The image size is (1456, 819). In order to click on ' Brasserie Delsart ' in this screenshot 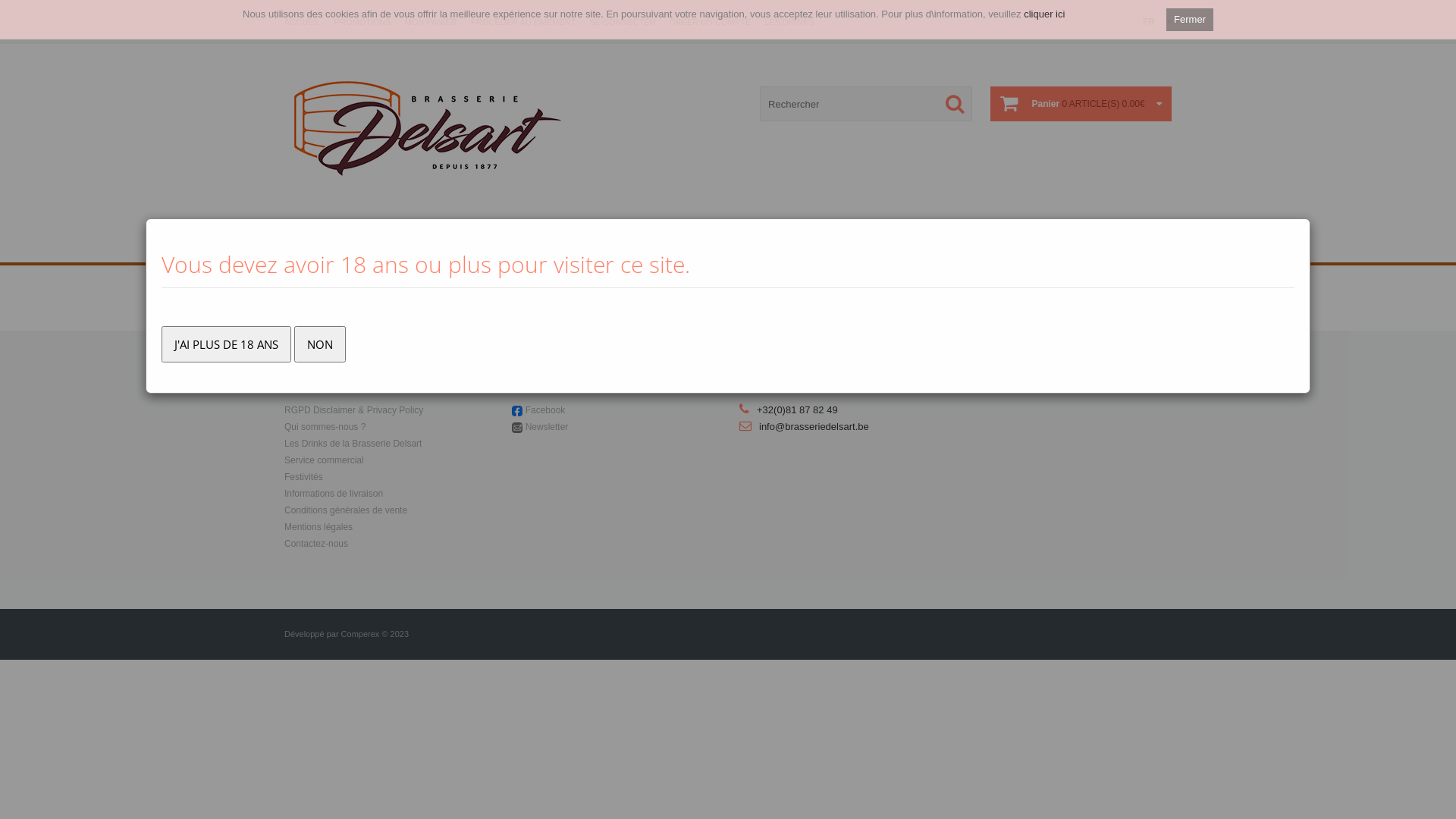, I will do `click(427, 126)`.